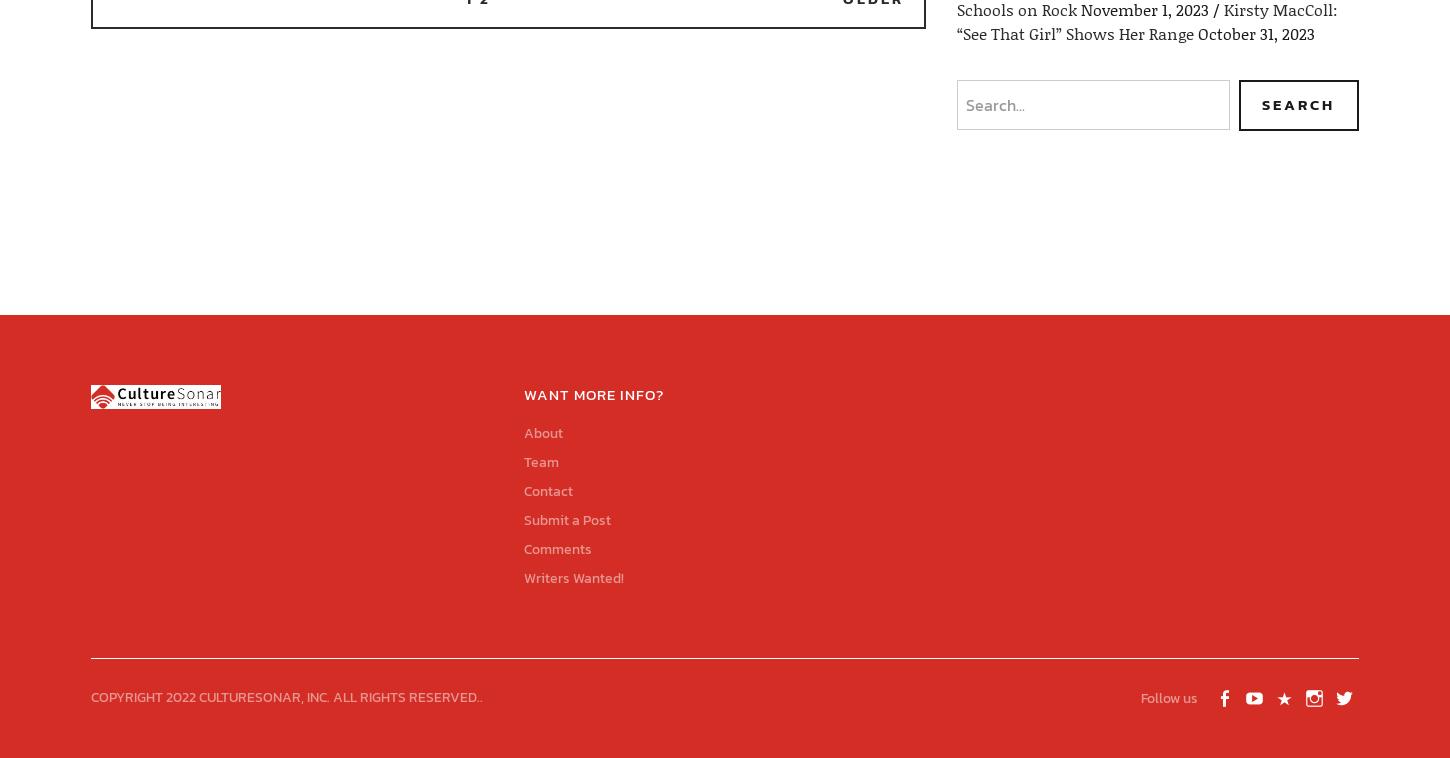 This screenshot has height=758, width=1450. What do you see at coordinates (556, 547) in the screenshot?
I see `'Comments'` at bounding box center [556, 547].